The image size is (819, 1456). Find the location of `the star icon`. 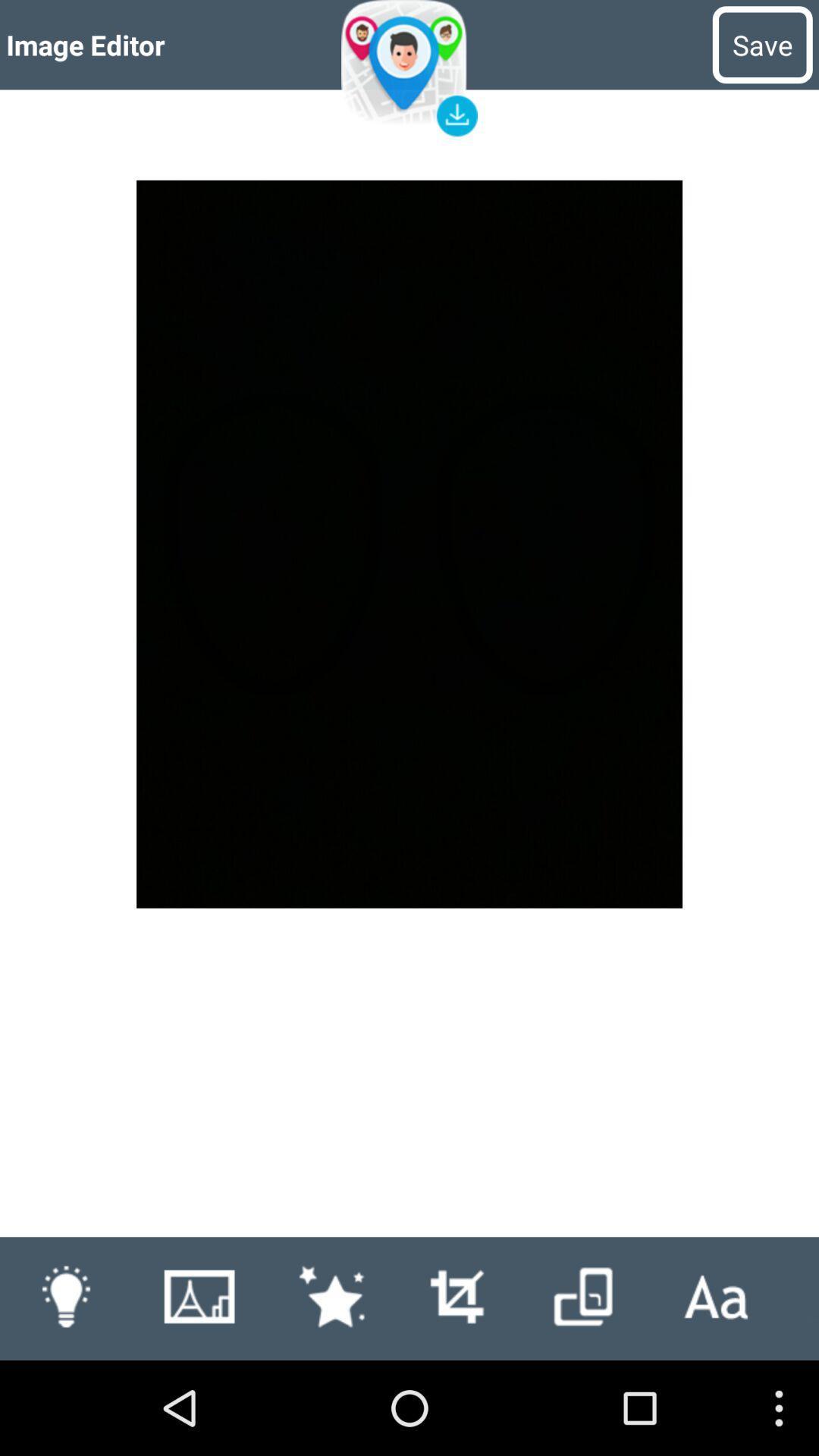

the star icon is located at coordinates (330, 1388).